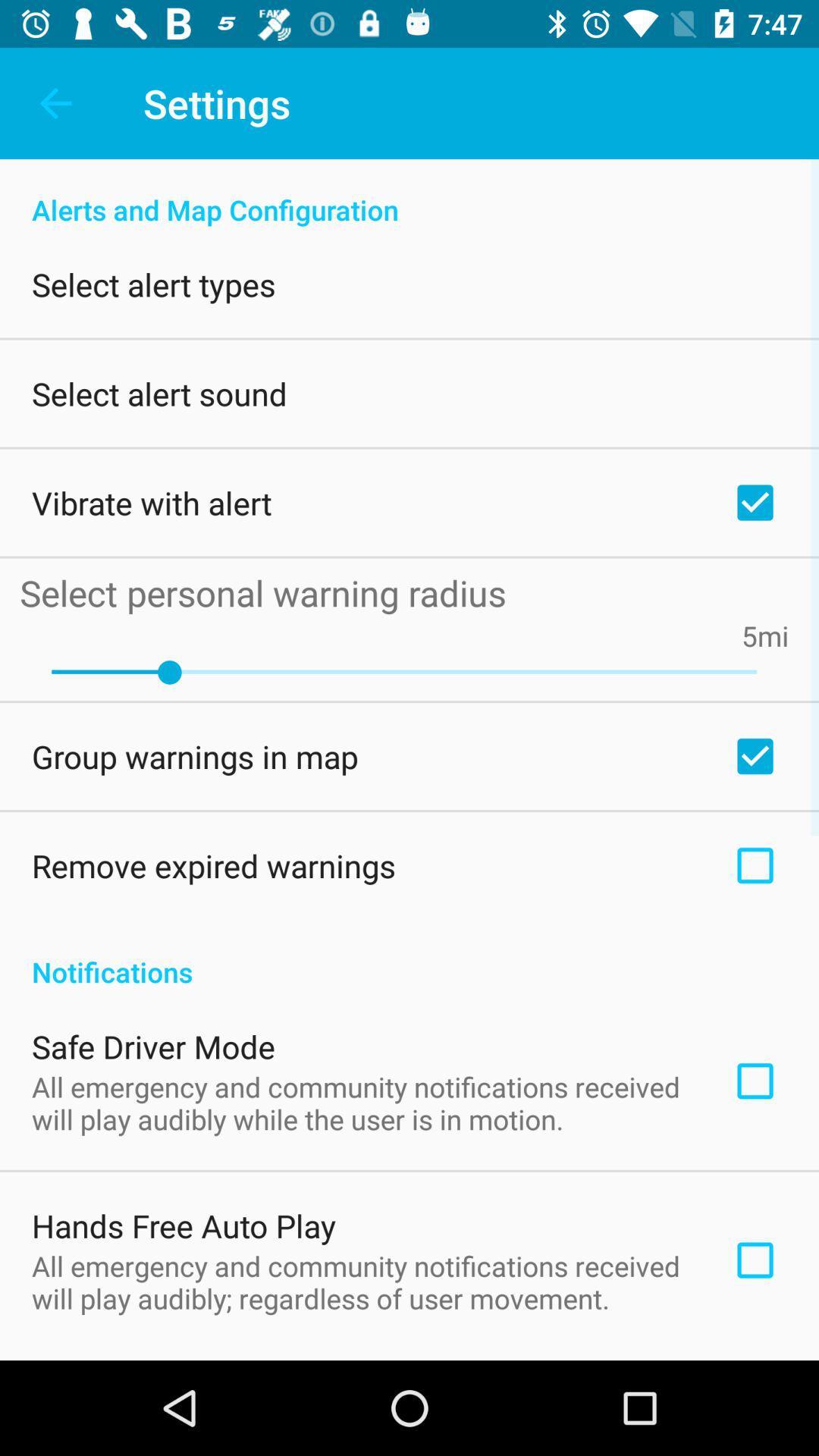 The width and height of the screenshot is (819, 1456). I want to click on icon to the left of settings item, so click(55, 102).